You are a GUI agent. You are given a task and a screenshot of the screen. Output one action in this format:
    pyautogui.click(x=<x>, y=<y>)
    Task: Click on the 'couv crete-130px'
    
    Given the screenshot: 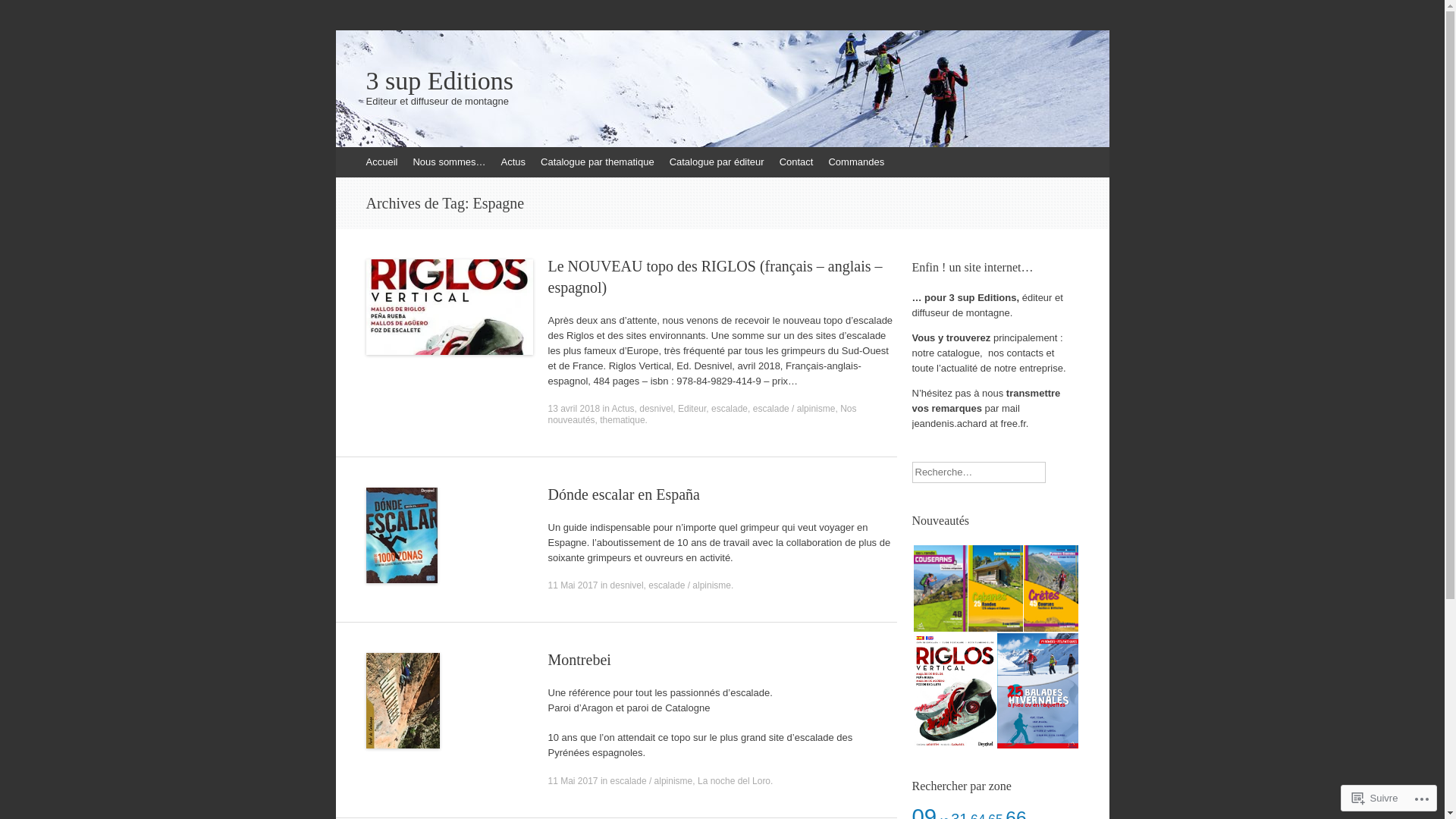 What is the action you would take?
    pyautogui.click(x=1023, y=588)
    